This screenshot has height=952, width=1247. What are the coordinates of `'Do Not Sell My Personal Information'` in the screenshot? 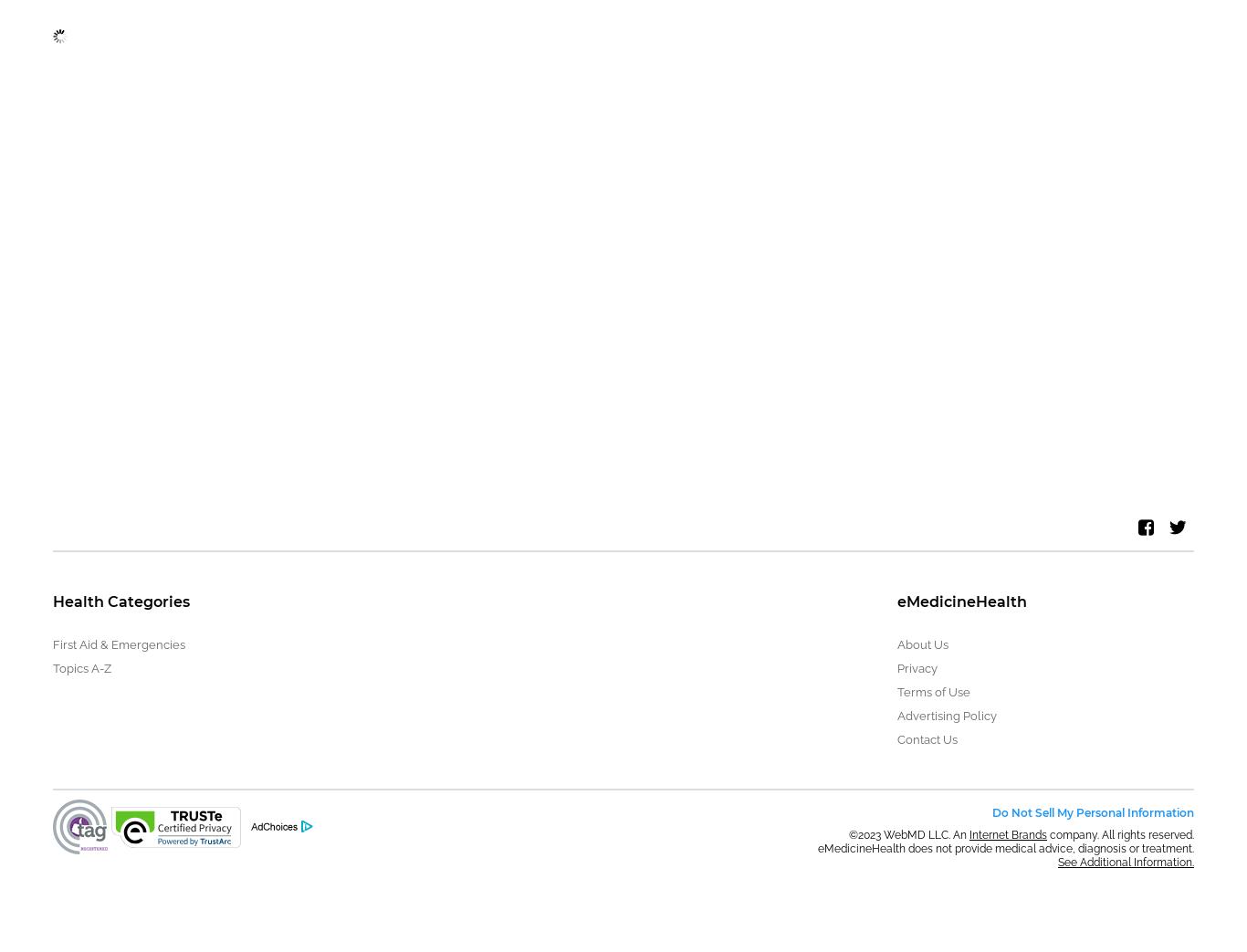 It's located at (1093, 812).